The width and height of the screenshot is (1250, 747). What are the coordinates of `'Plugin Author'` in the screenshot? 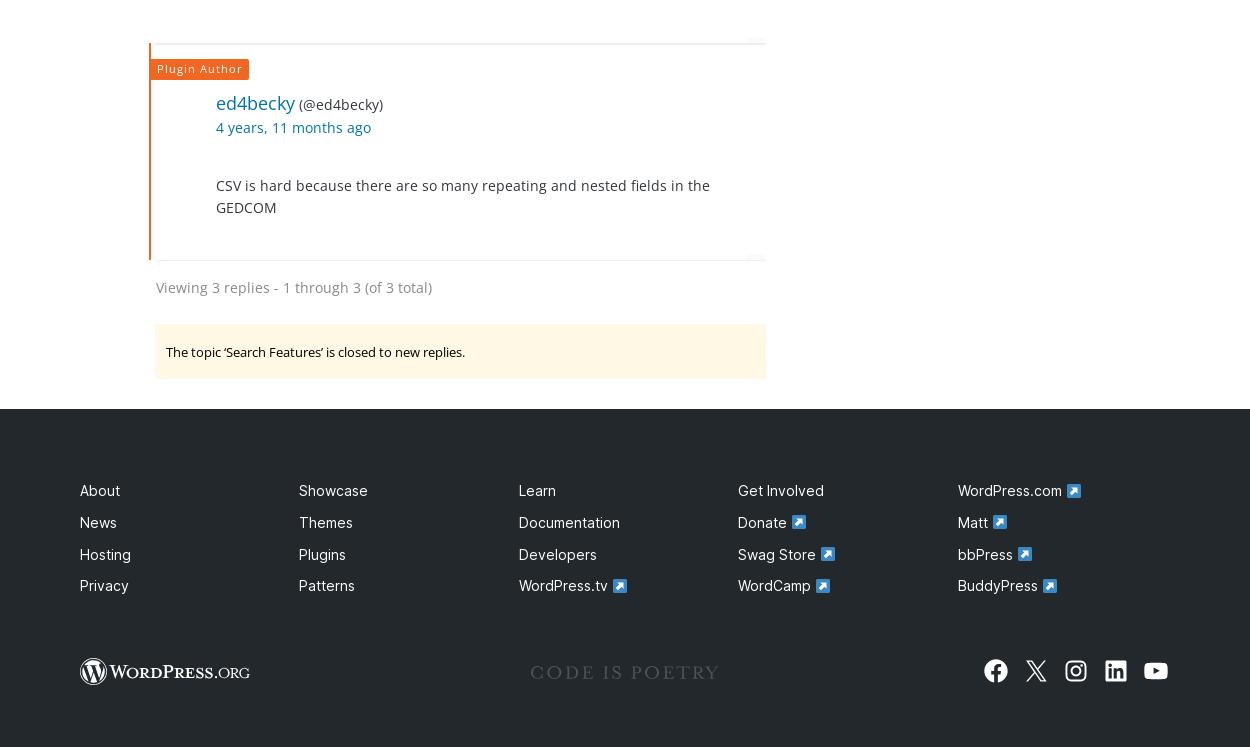 It's located at (157, 67).